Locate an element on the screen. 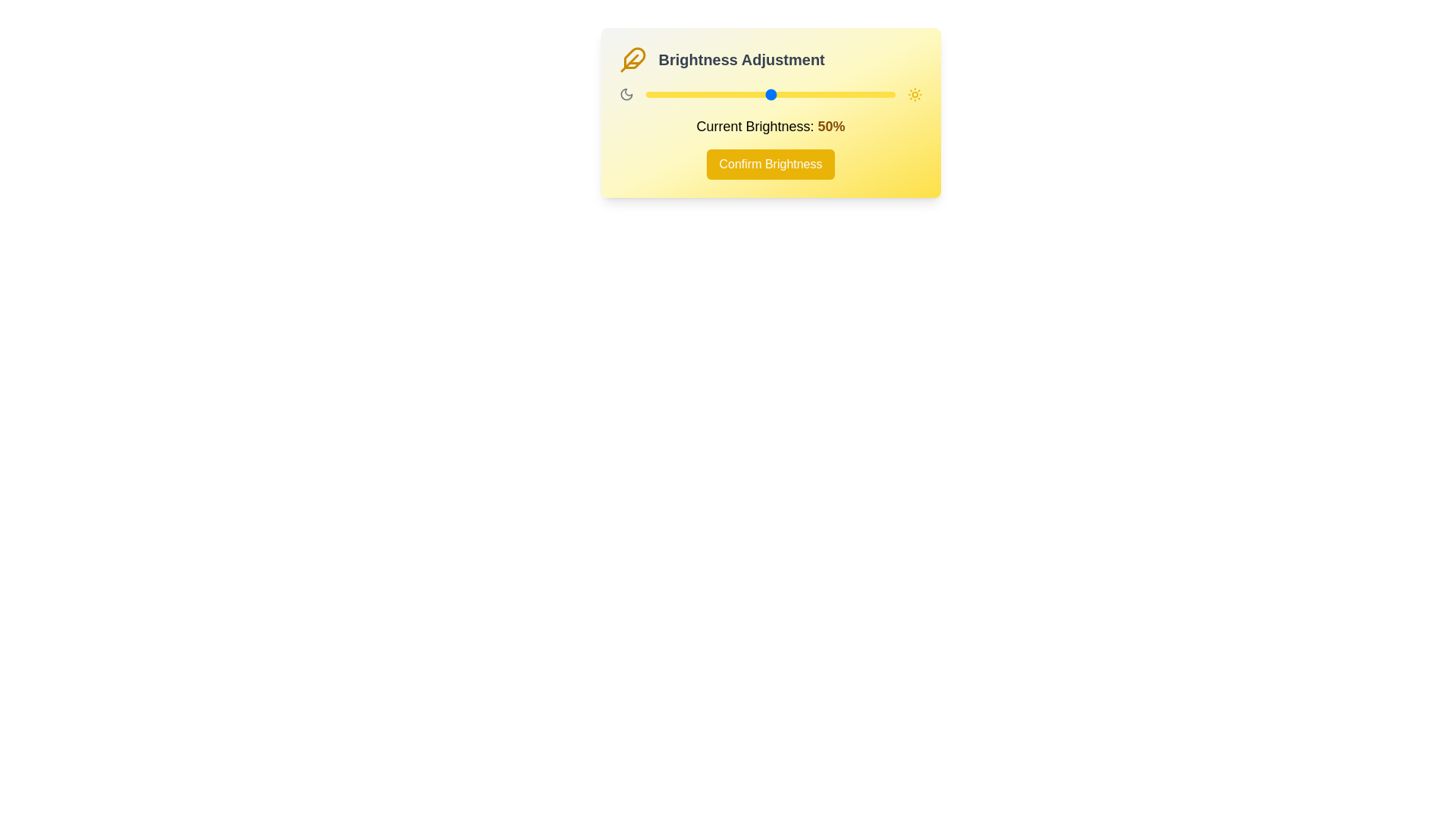 This screenshot has width=1456, height=819. the brightness to 16% by dragging the slider is located at coordinates (685, 94).